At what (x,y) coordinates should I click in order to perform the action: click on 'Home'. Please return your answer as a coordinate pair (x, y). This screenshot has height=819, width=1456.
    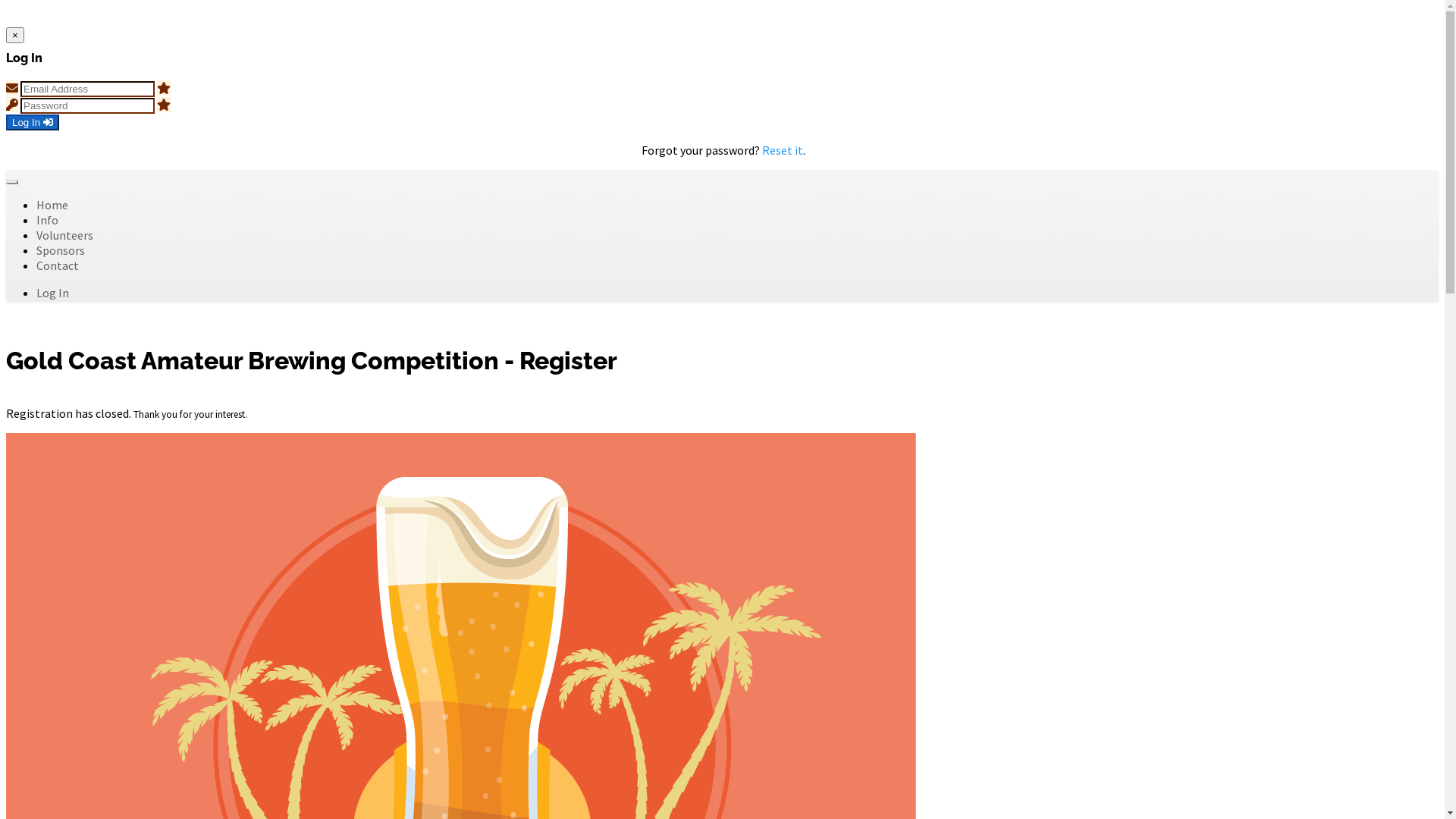
    Looking at the image, I should click on (52, 205).